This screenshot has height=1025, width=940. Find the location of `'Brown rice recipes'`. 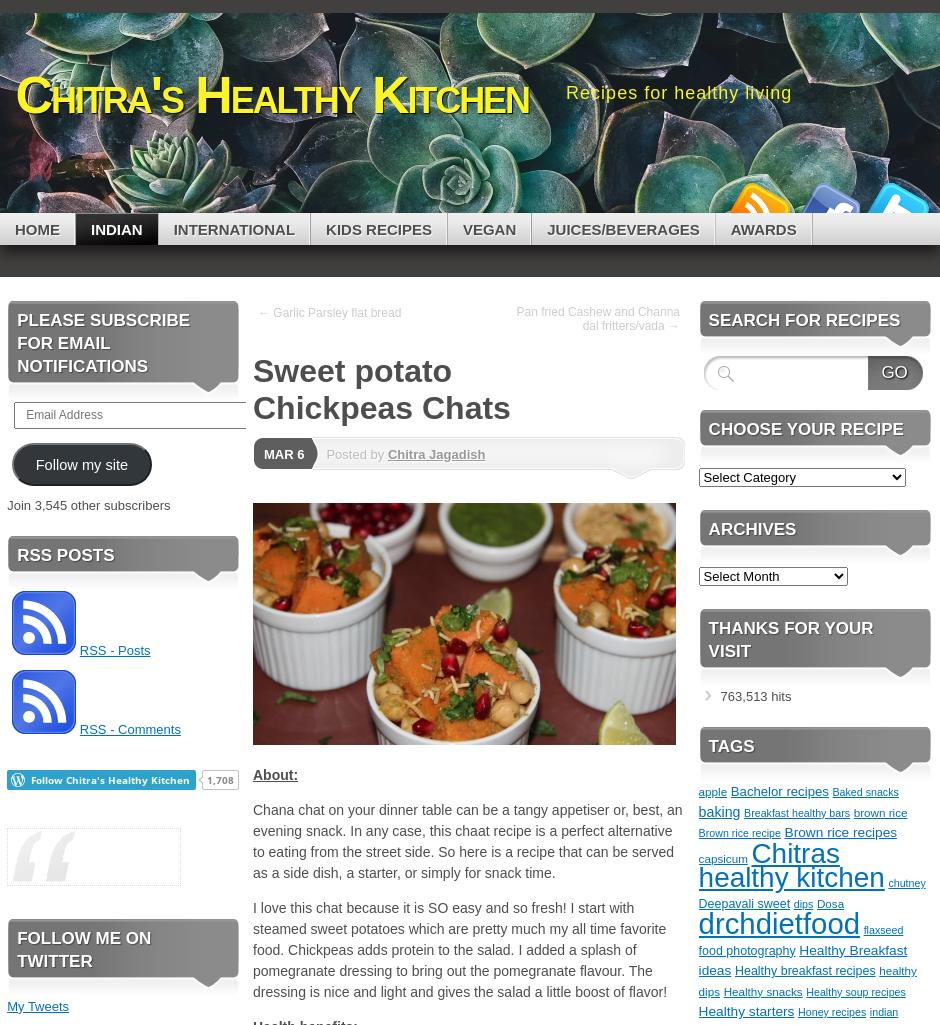

'Brown rice recipes' is located at coordinates (839, 831).